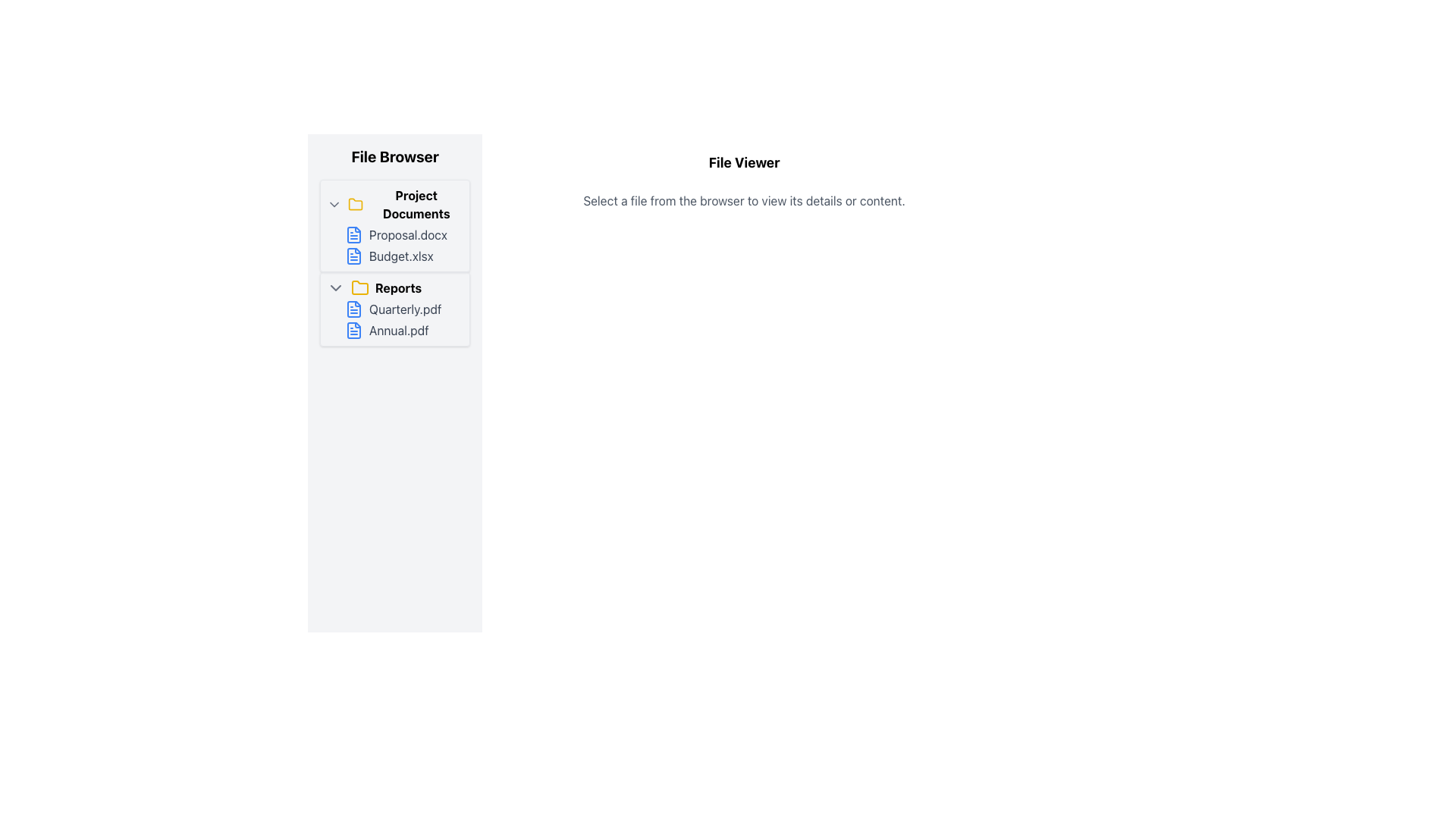 Image resolution: width=1456 pixels, height=819 pixels. Describe the element at coordinates (353, 309) in the screenshot. I see `the non-interactive SVG graphic icon representing the file 'Proposal.docx' in the 'File Browser' section, located next to the label 'Proposal.docx'` at that location.